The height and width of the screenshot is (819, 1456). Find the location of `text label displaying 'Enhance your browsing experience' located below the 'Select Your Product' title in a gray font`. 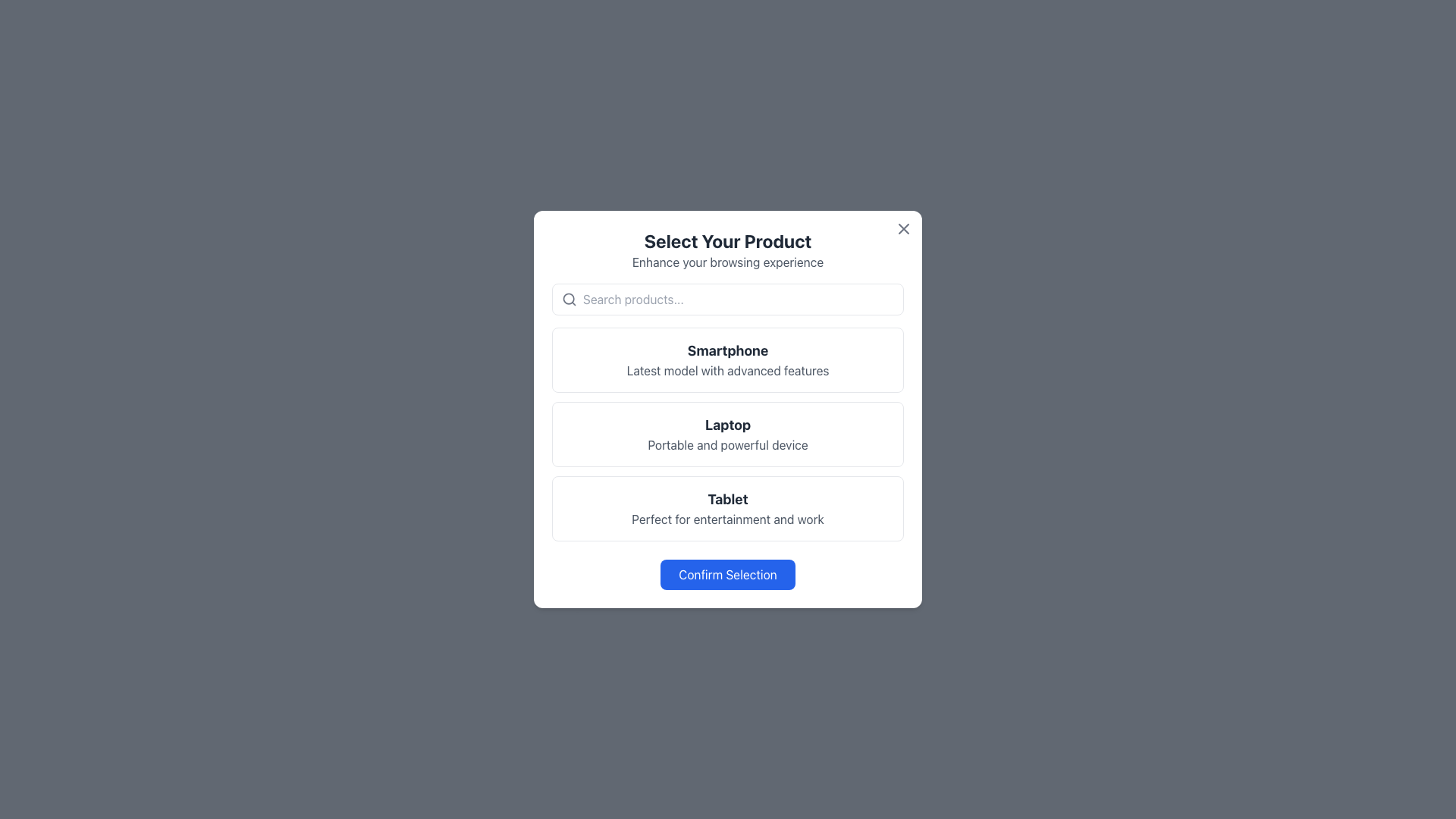

text label displaying 'Enhance your browsing experience' located below the 'Select Your Product' title in a gray font is located at coordinates (728, 262).